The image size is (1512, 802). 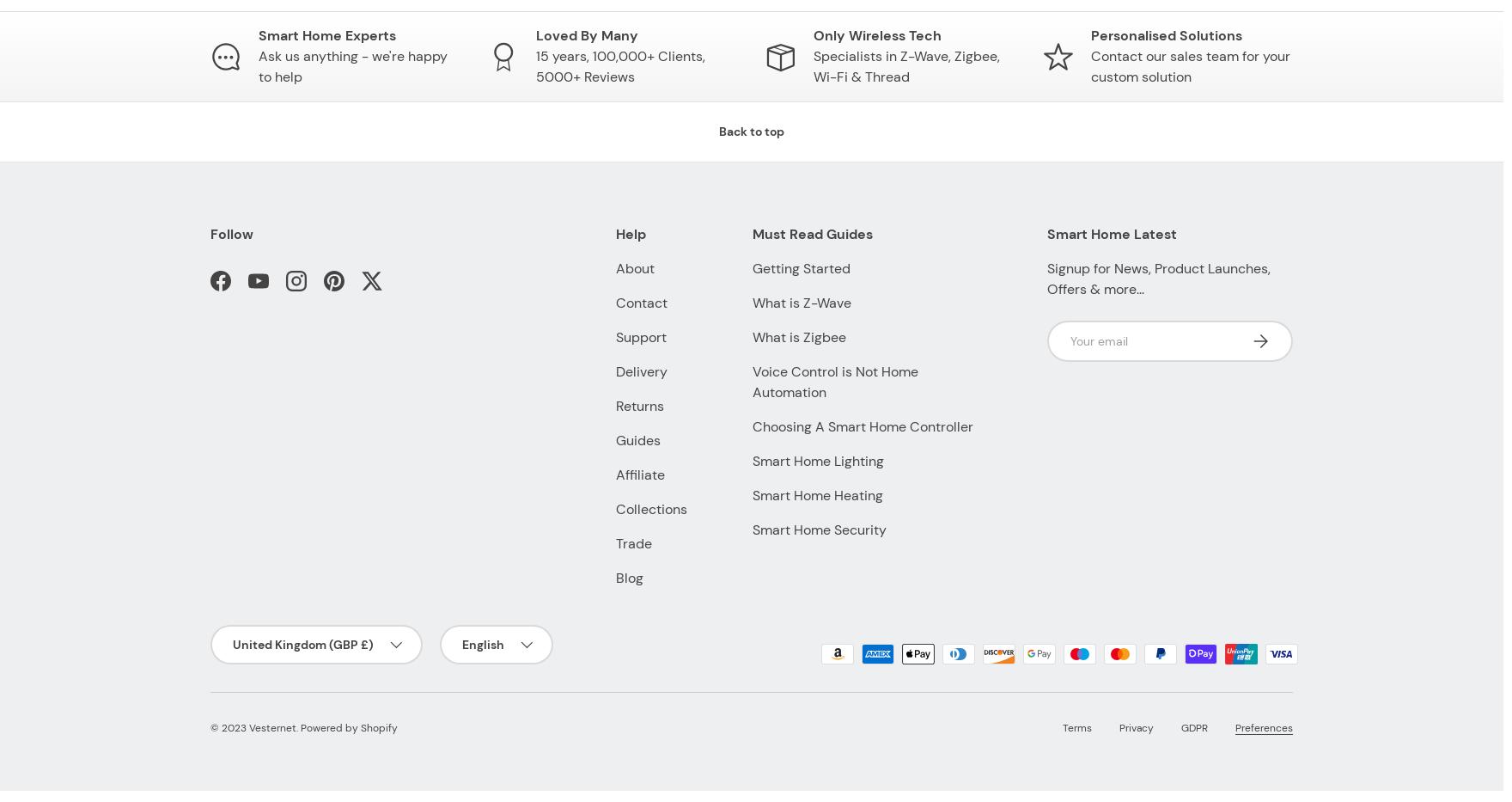 I want to click on 'Trade', so click(x=632, y=542).